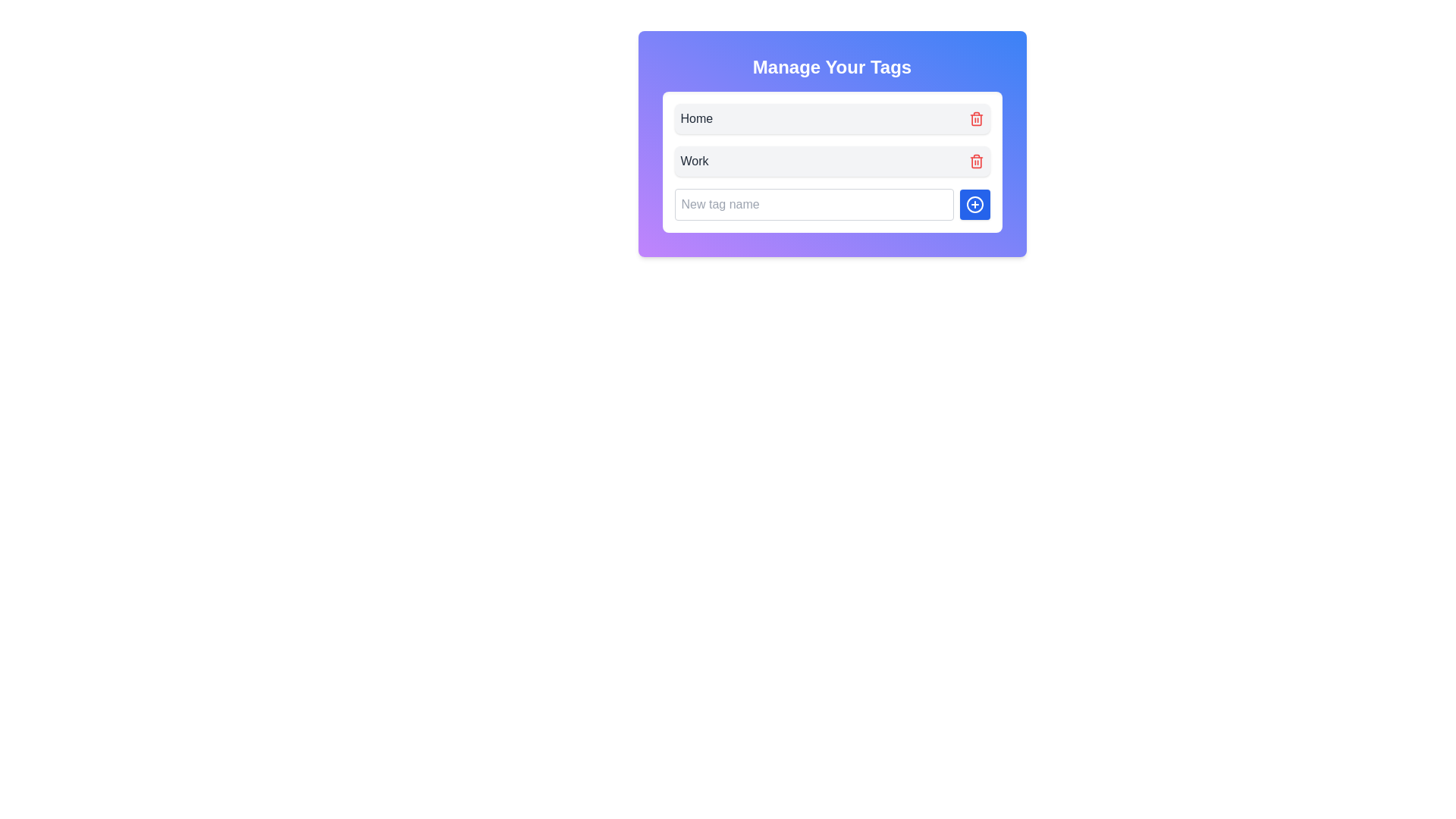 This screenshot has width=1456, height=819. Describe the element at coordinates (974, 205) in the screenshot. I see `the add tag icon located at the bottom-right of the 'Manage Your Tags' box` at that location.